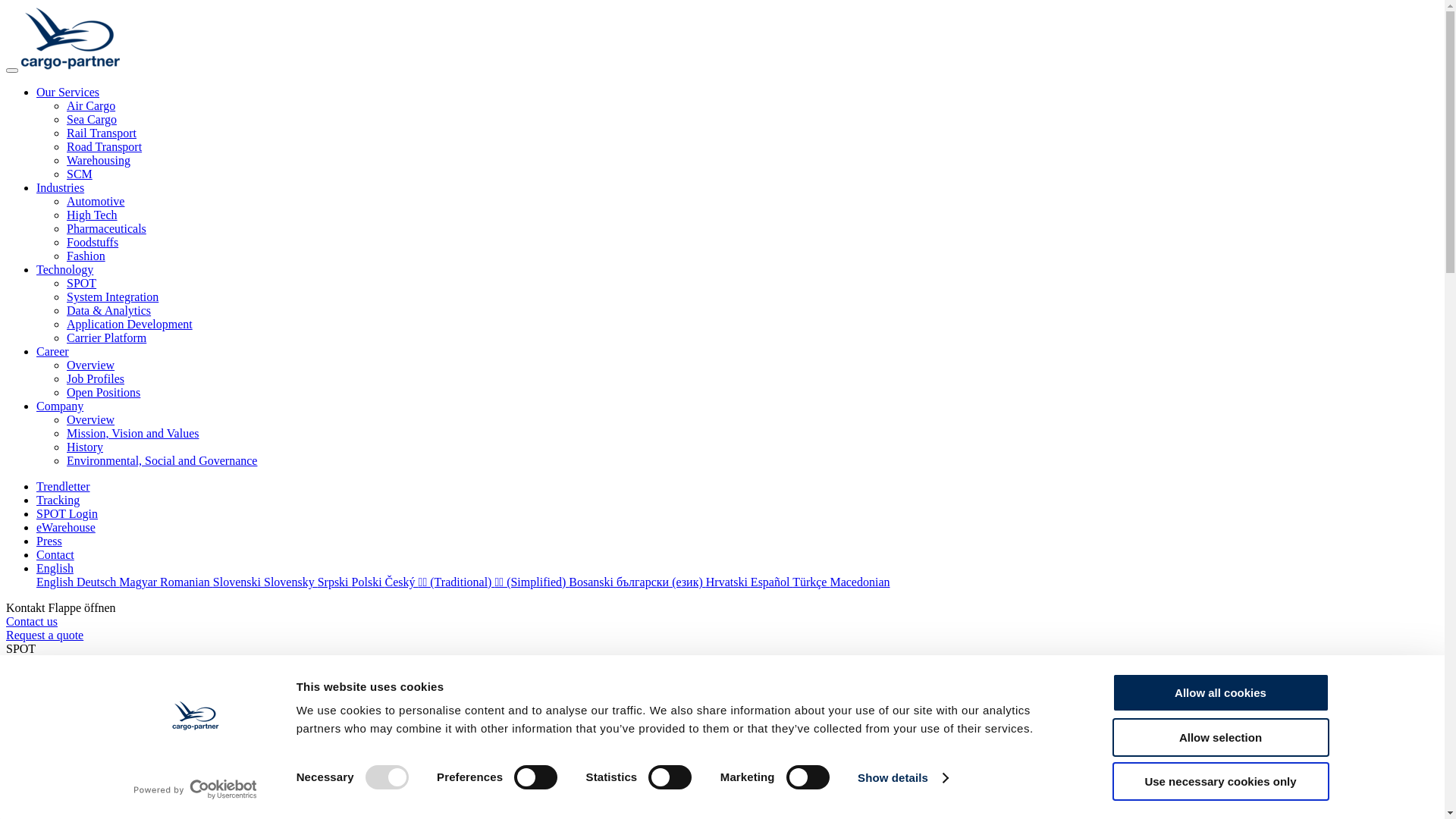 This screenshot has height=819, width=1456. What do you see at coordinates (105, 337) in the screenshot?
I see `'Carrier Platform'` at bounding box center [105, 337].